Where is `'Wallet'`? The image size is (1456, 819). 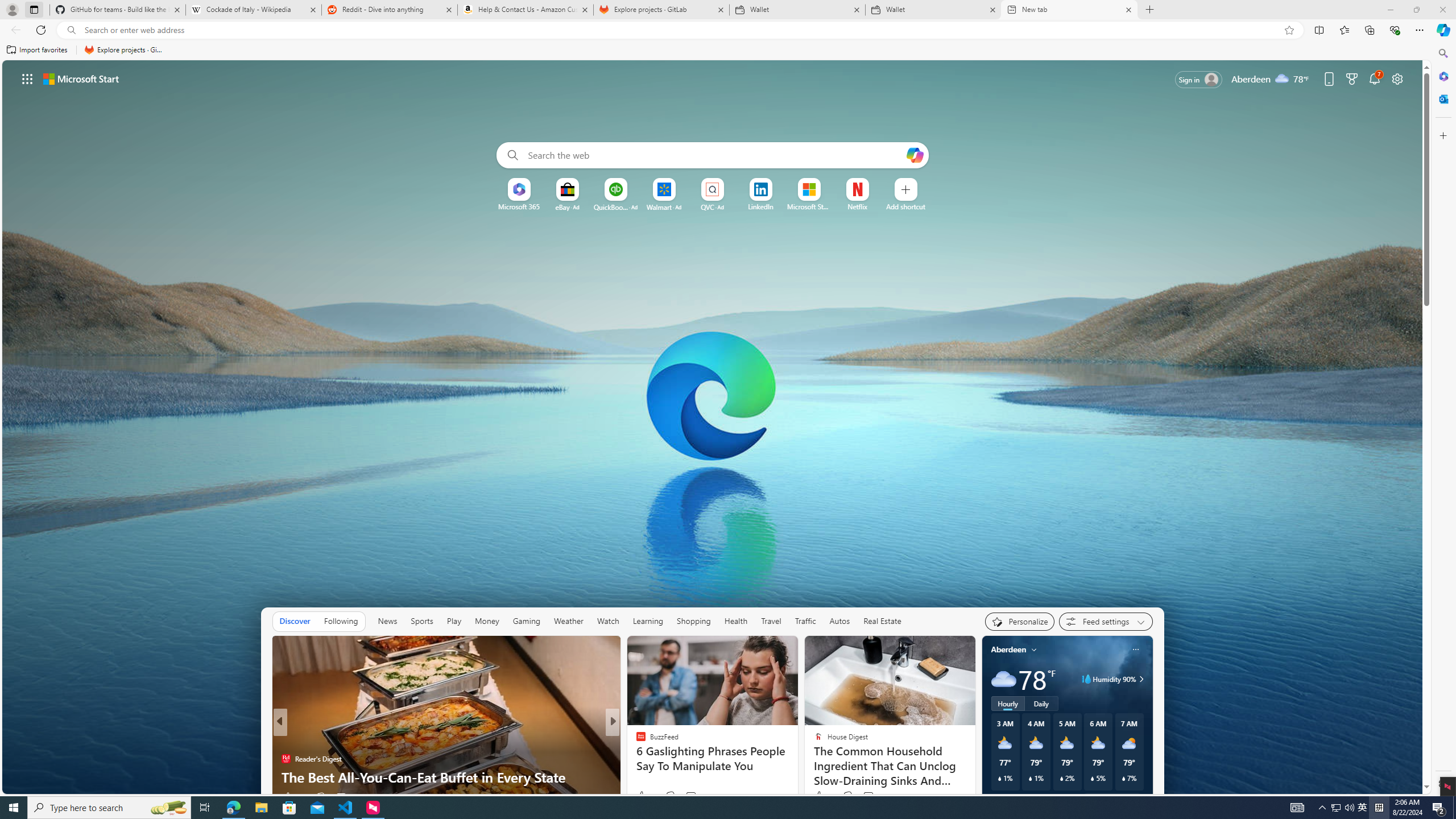
'Wallet' is located at coordinates (932, 9).